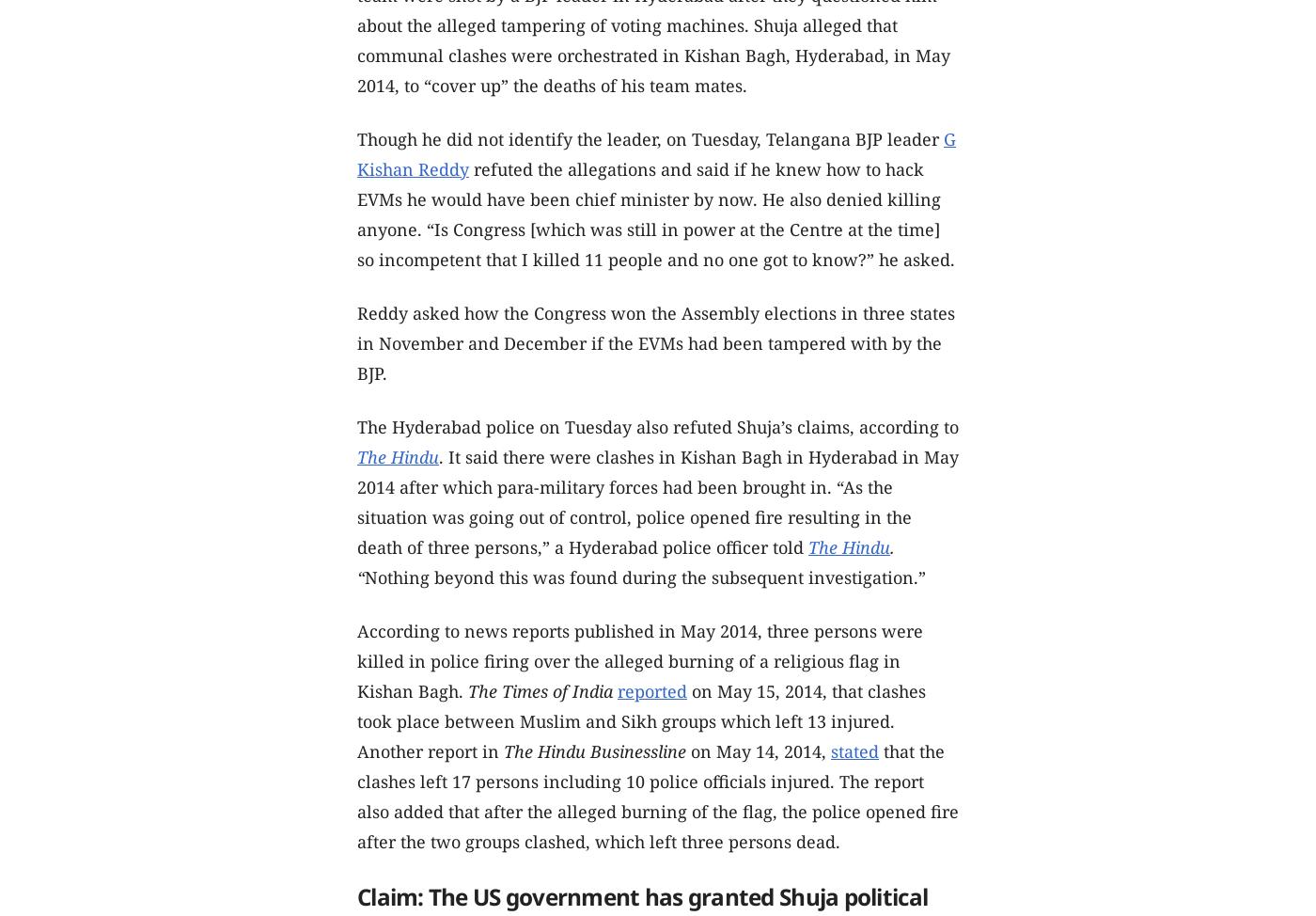 The width and height of the screenshot is (1316, 916). What do you see at coordinates (650, 136) in the screenshot?
I see `'Though he did not identify the leader, on Tuesday, Telangana BJP leader'` at bounding box center [650, 136].